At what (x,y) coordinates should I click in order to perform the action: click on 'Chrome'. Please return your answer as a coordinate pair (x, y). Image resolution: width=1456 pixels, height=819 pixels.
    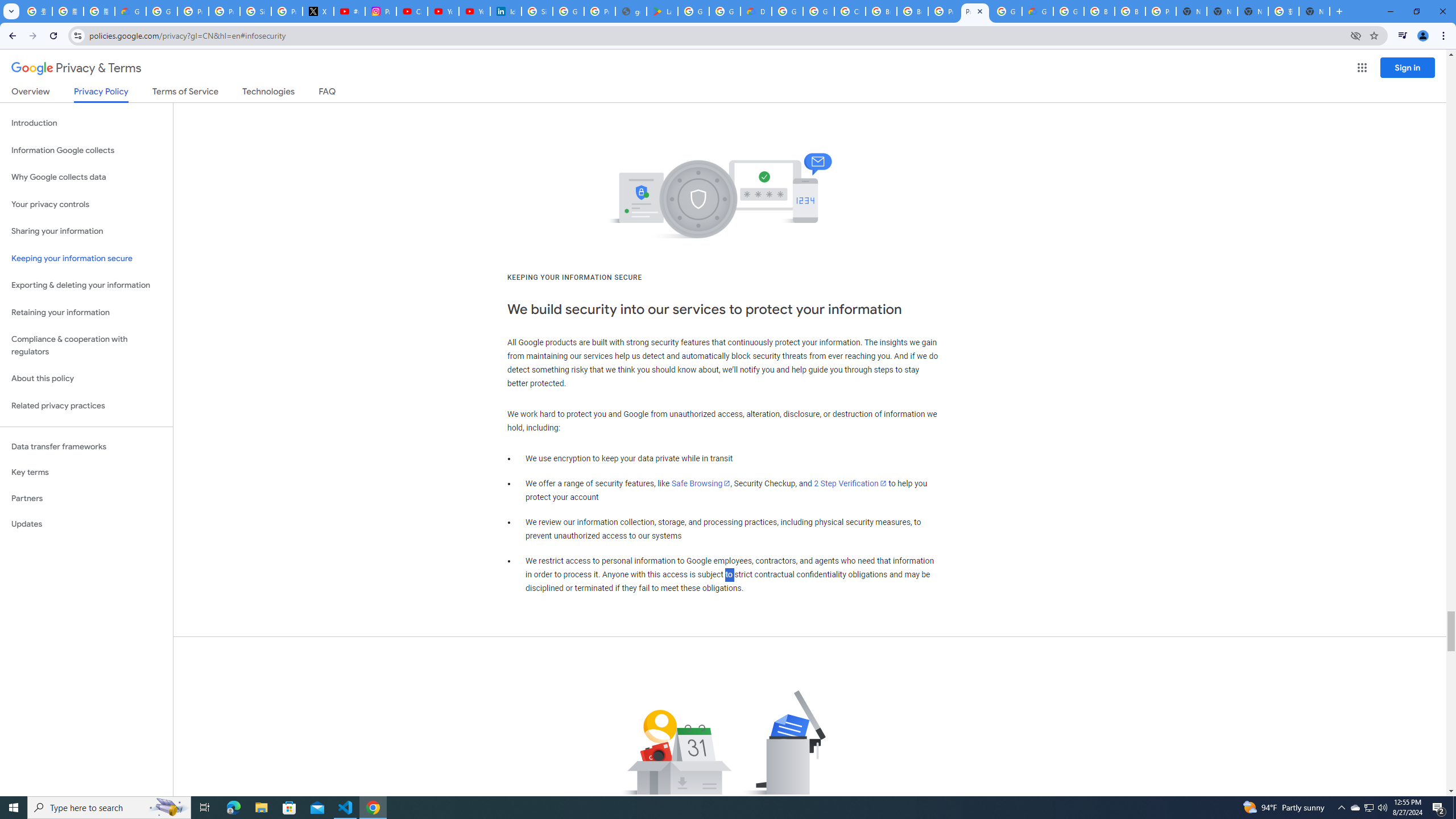
    Looking at the image, I should click on (1444, 35).